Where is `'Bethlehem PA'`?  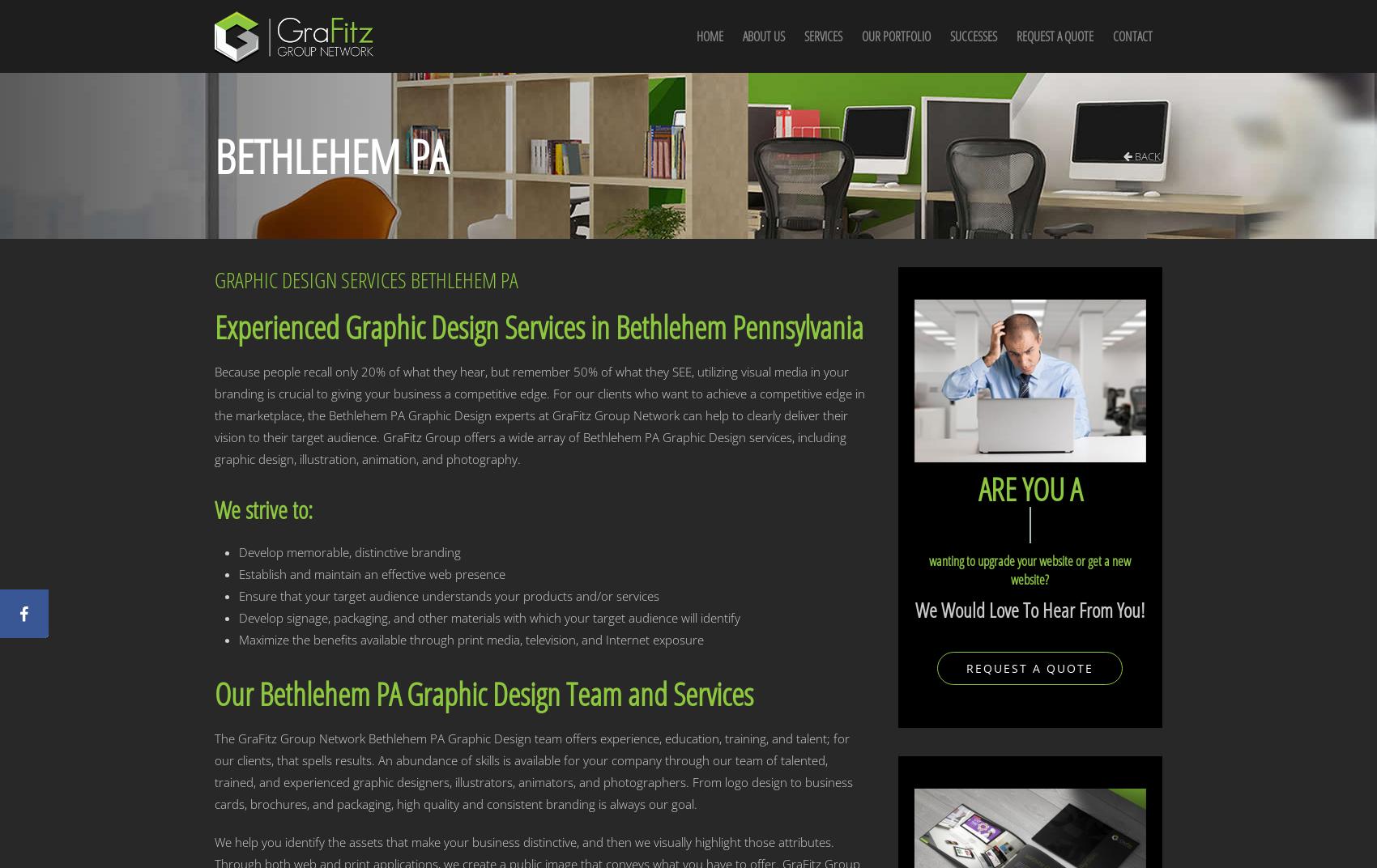
'Bethlehem PA' is located at coordinates (330, 155).